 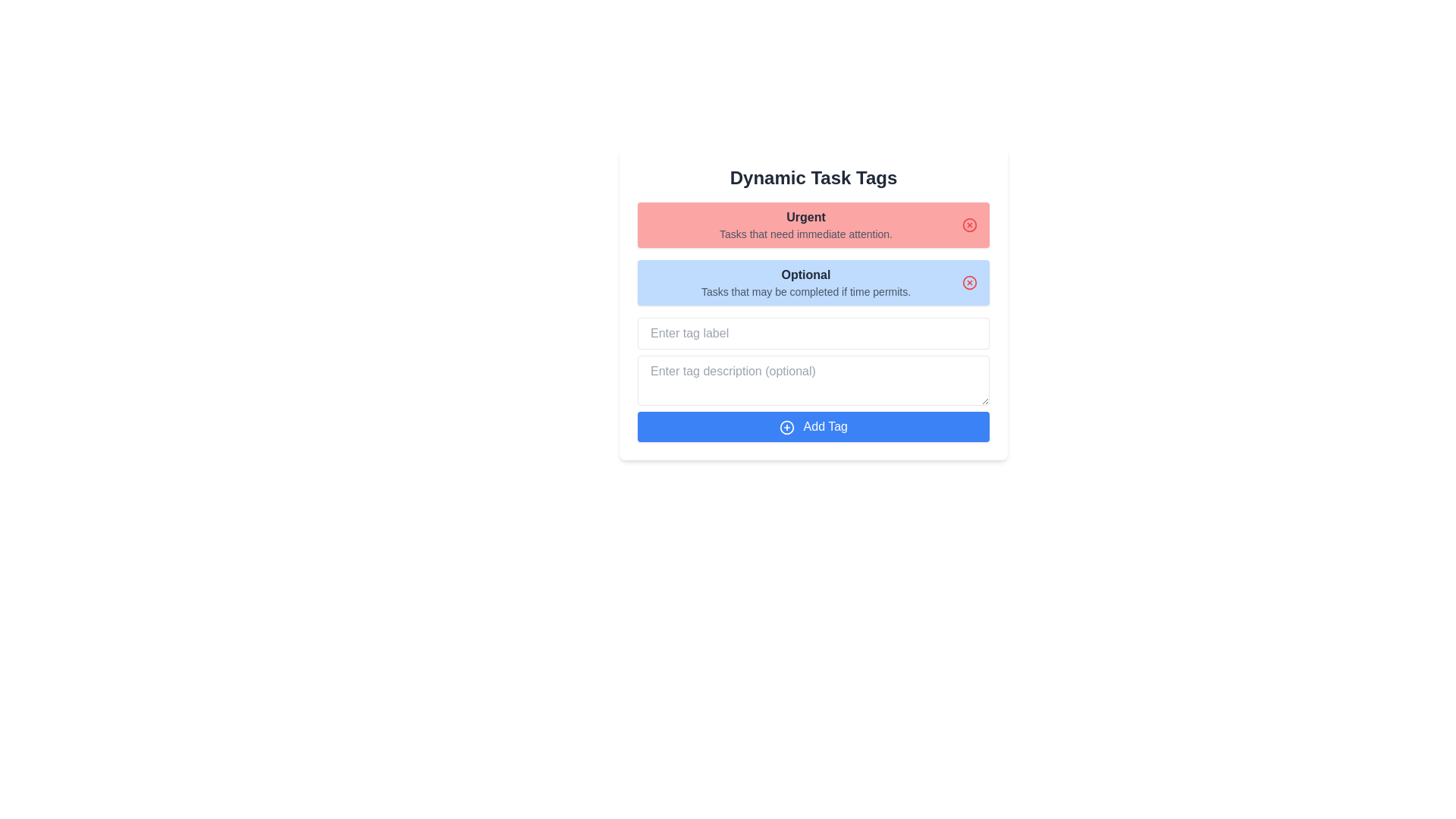 I want to click on the button located at the bottom of the 'Dynamic Task Tags' section, so click(x=813, y=427).